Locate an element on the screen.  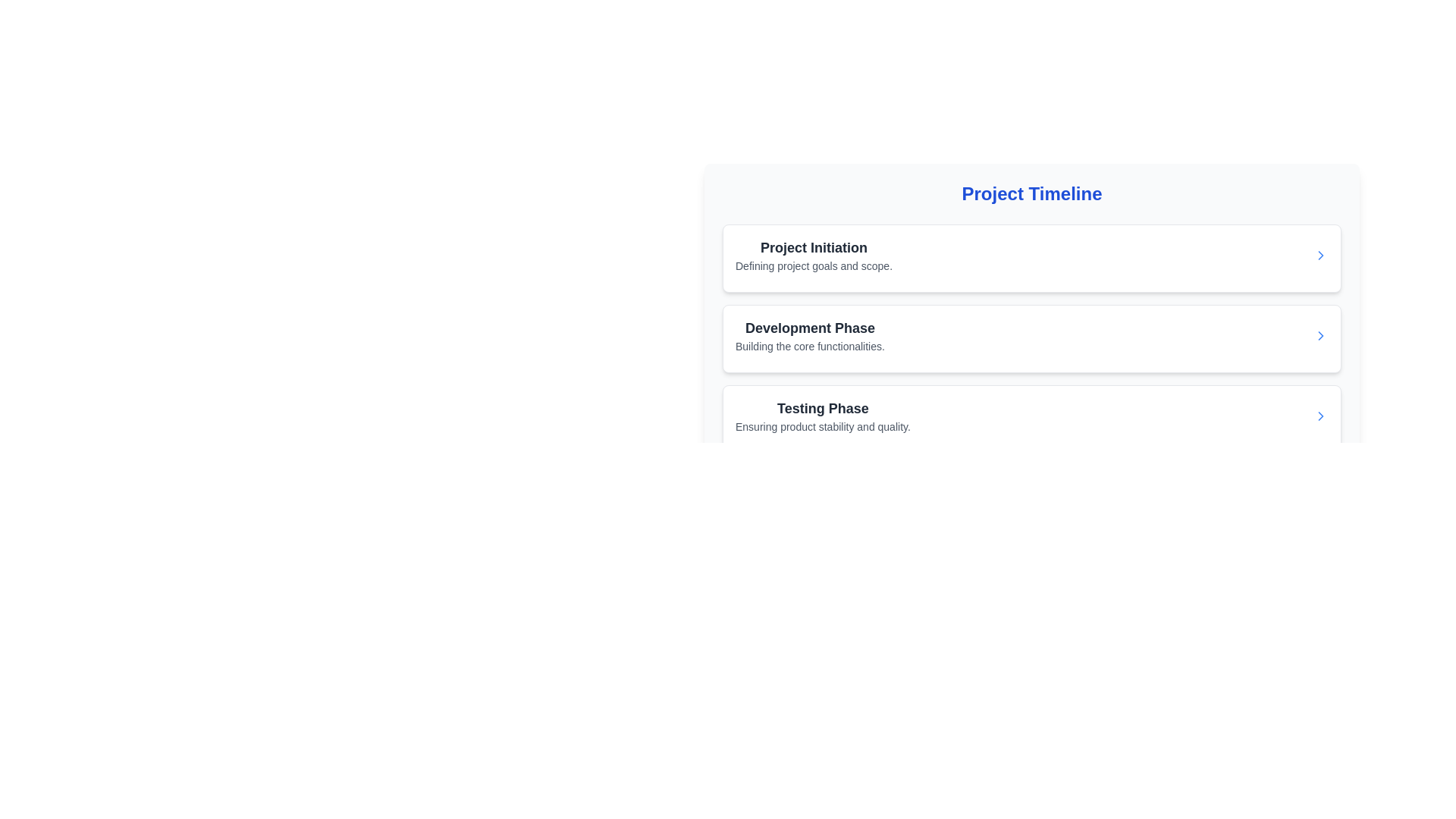
the sub-elements within the informational panel that summarizes the steps or phases of a project is located at coordinates (1031, 294).